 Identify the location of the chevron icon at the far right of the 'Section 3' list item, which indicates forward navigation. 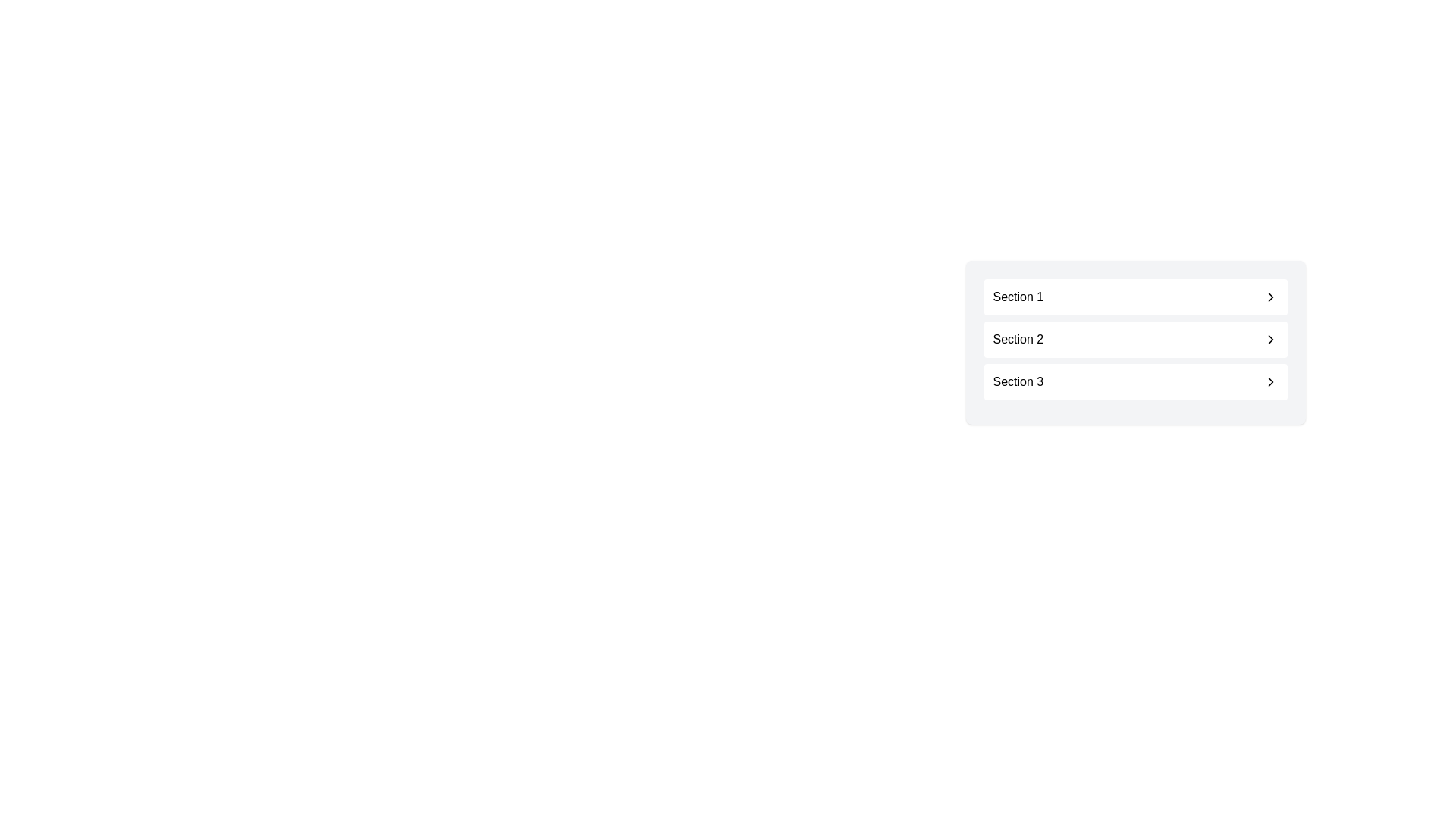
(1270, 381).